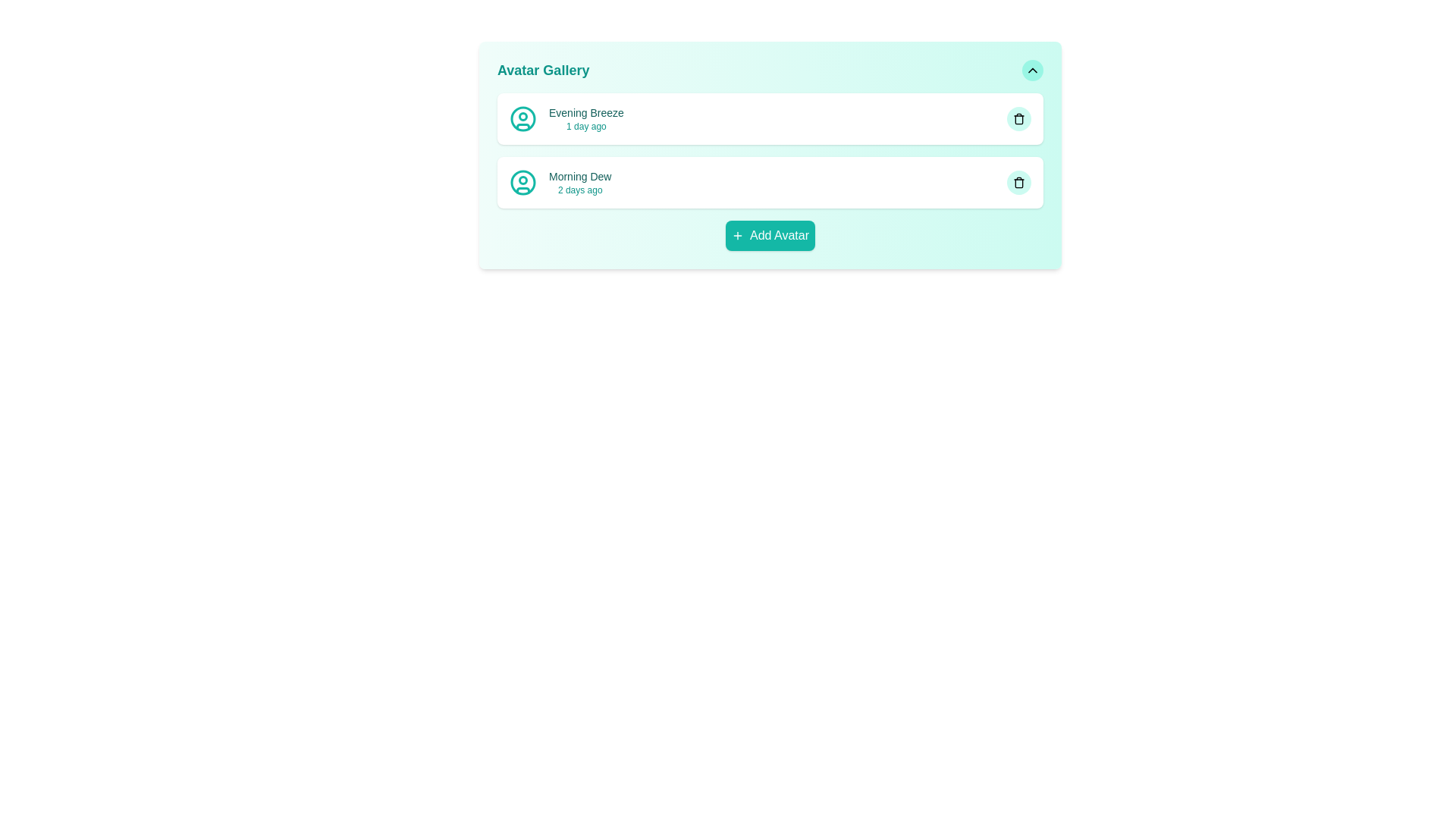 The image size is (1456, 819). What do you see at coordinates (585, 112) in the screenshot?
I see `the text label 'Evening Breeze' which identifies a specific user entry in the 'Avatar Gallery' card` at bounding box center [585, 112].